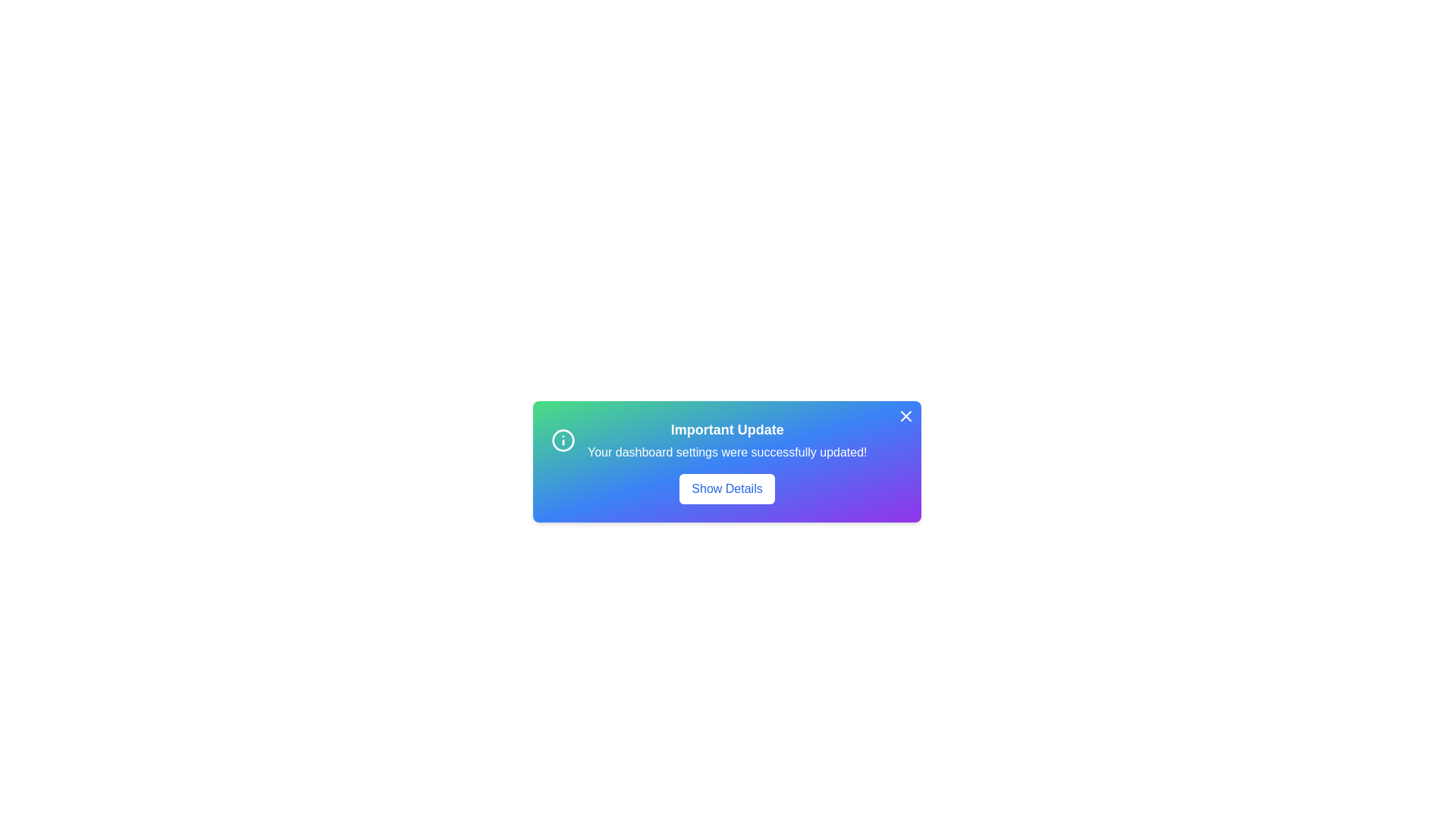  I want to click on the 'Show Details' button to toggle the visibility of additional details, so click(726, 488).